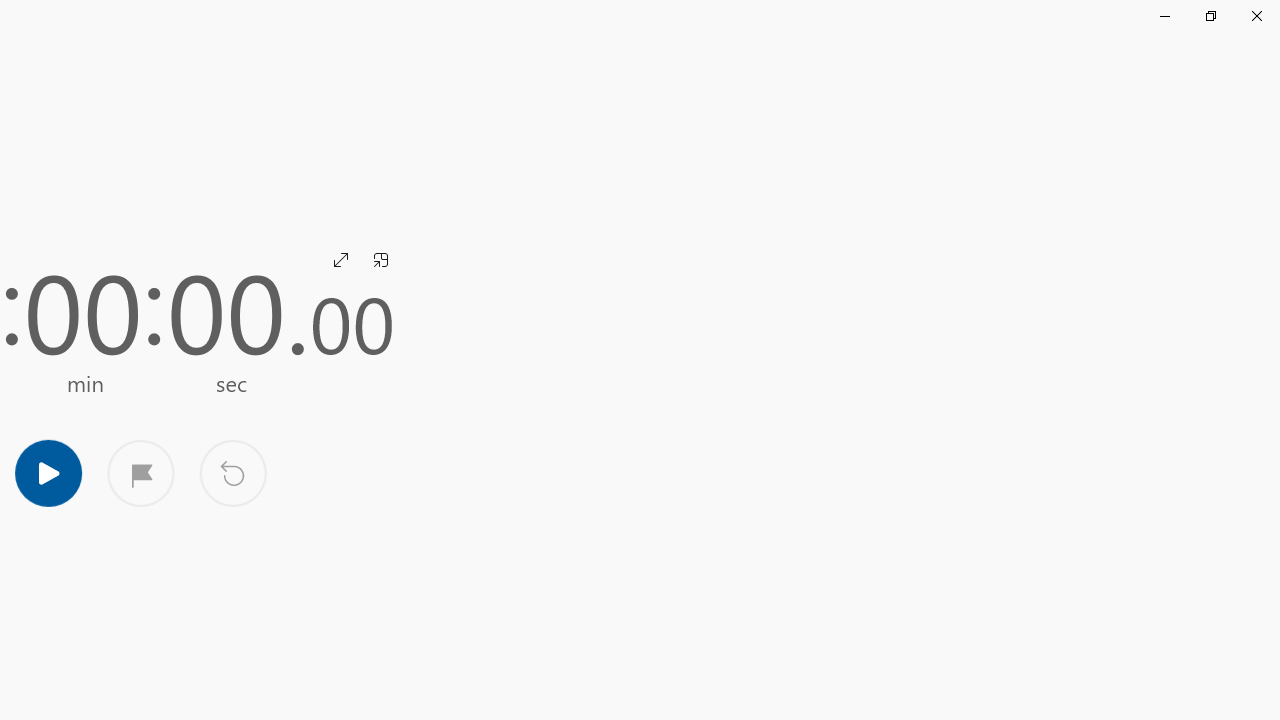  Describe the element at coordinates (1255, 15) in the screenshot. I see `'Close Clock'` at that location.